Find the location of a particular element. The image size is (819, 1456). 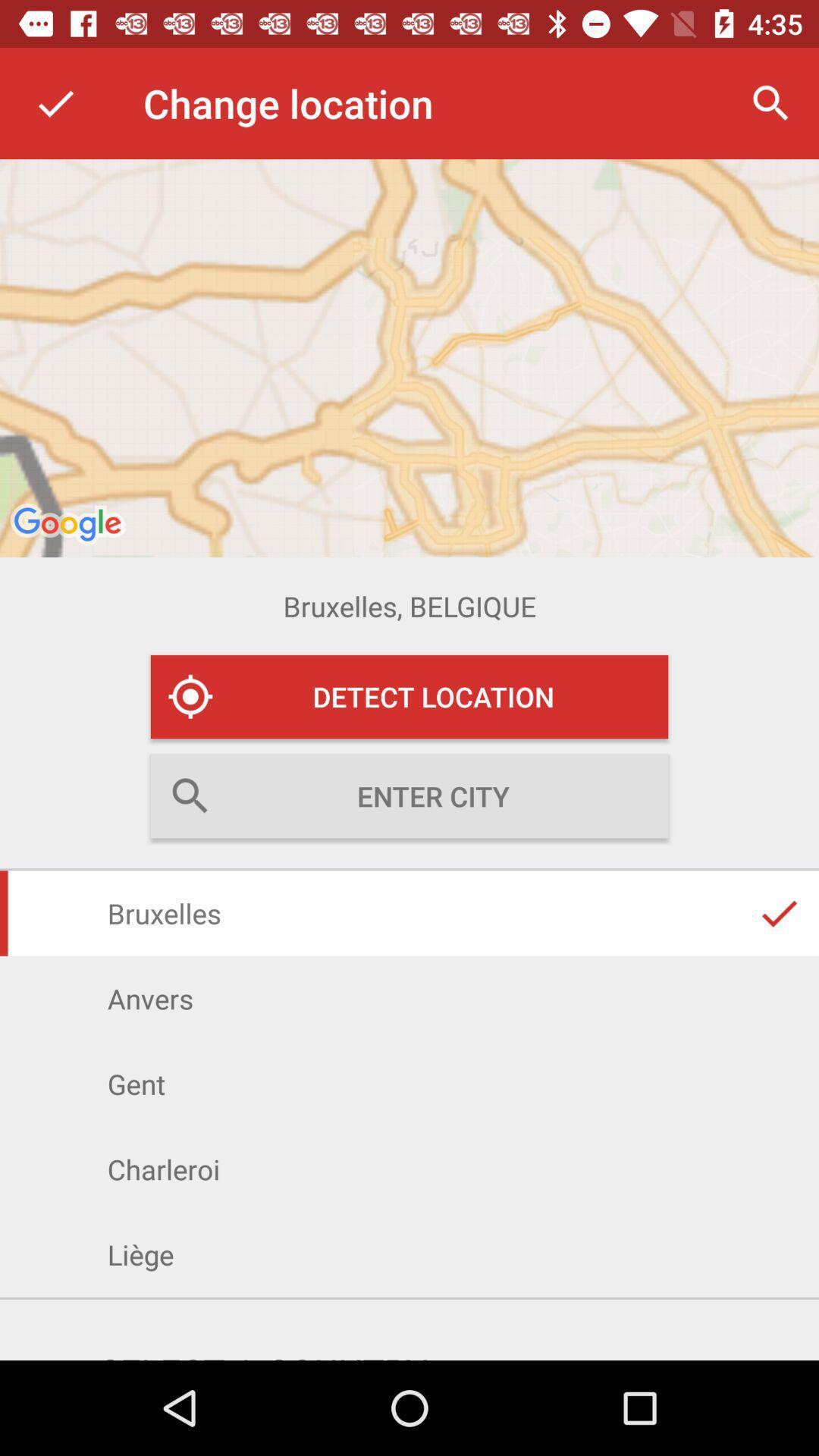

the text field of search is located at coordinates (409, 795).